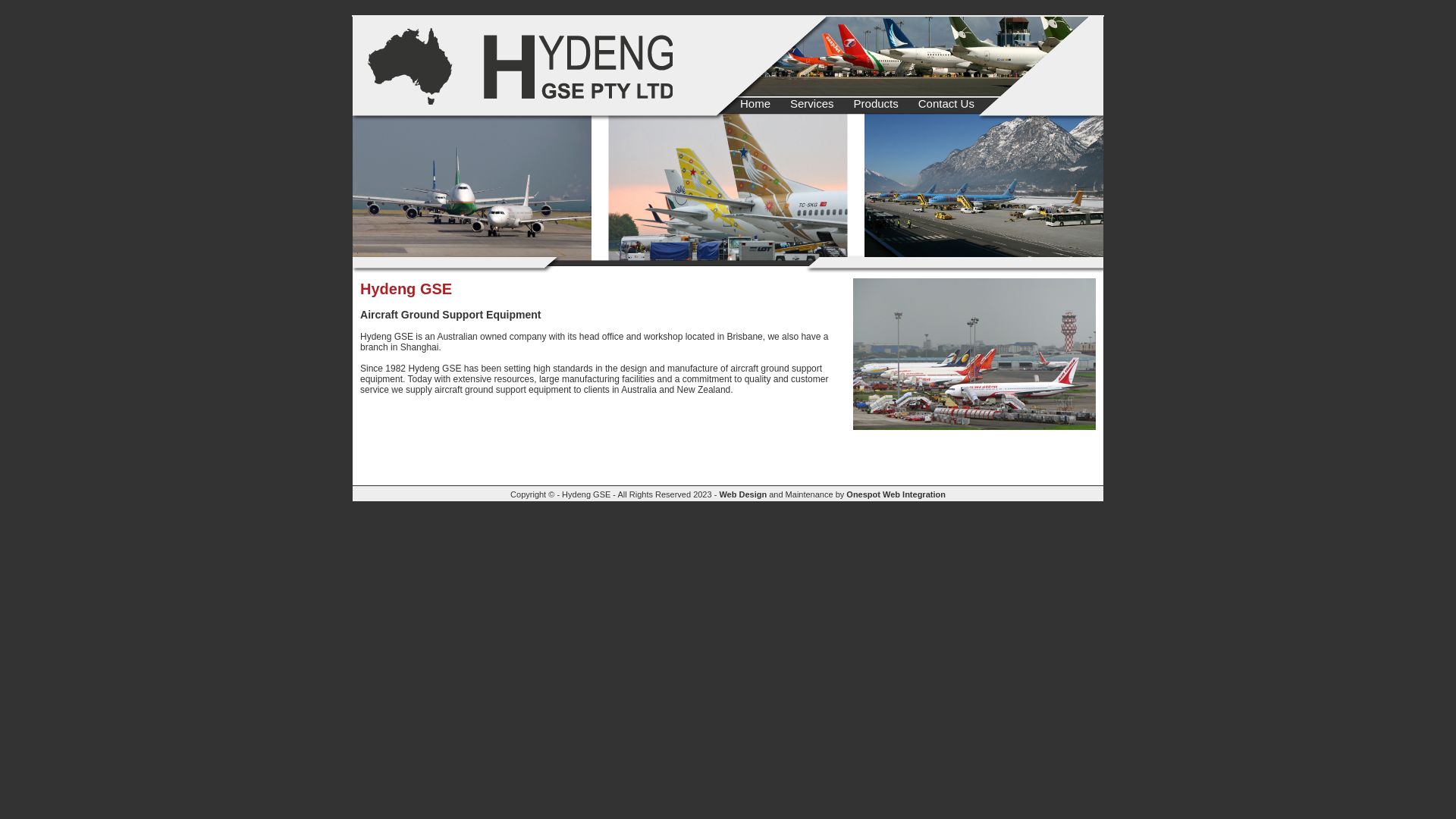 Image resolution: width=1456 pixels, height=819 pixels. I want to click on 'Products', so click(852, 104).